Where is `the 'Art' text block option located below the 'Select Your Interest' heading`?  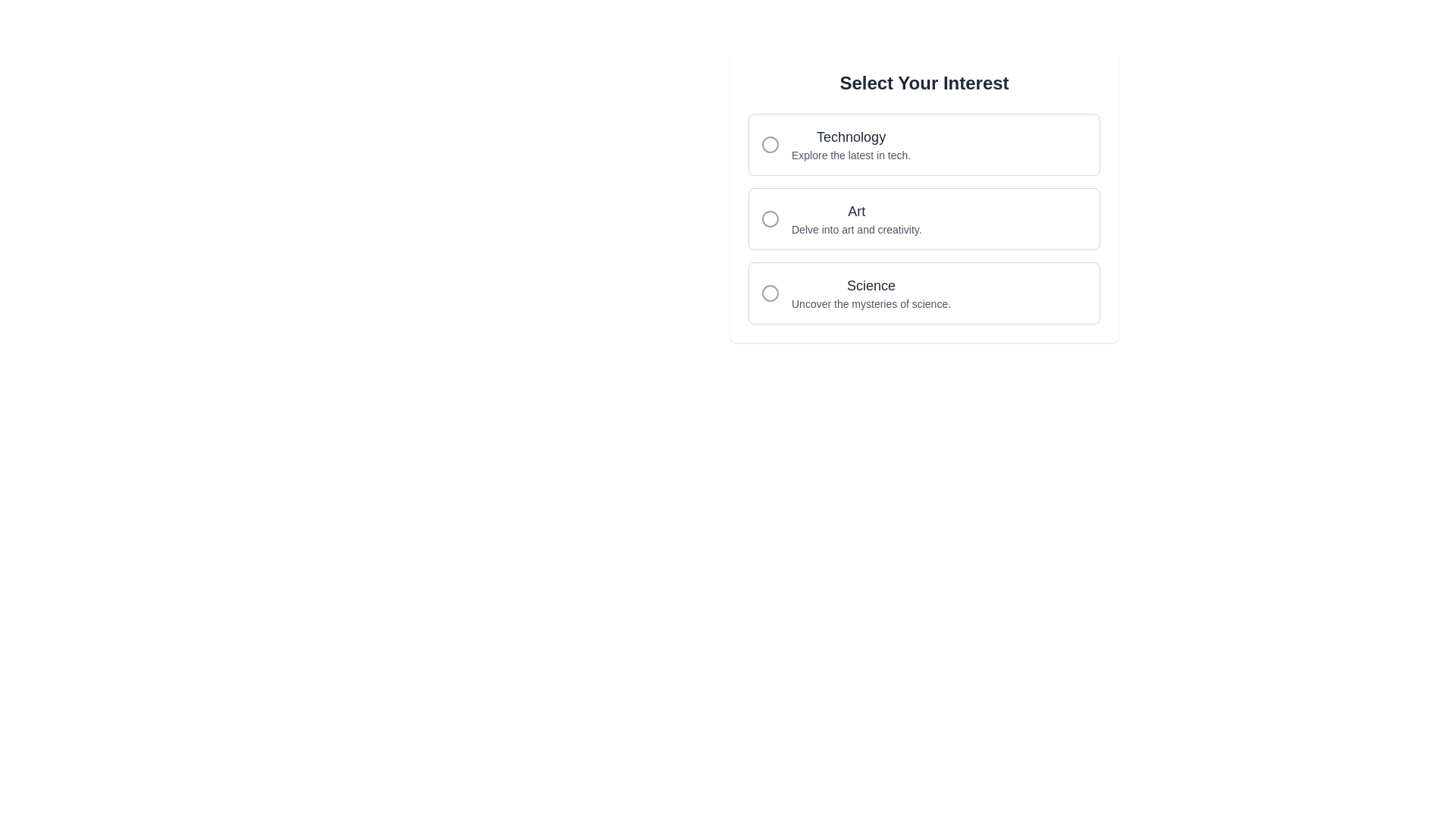
the 'Art' text block option located below the 'Select Your Interest' heading is located at coordinates (856, 219).